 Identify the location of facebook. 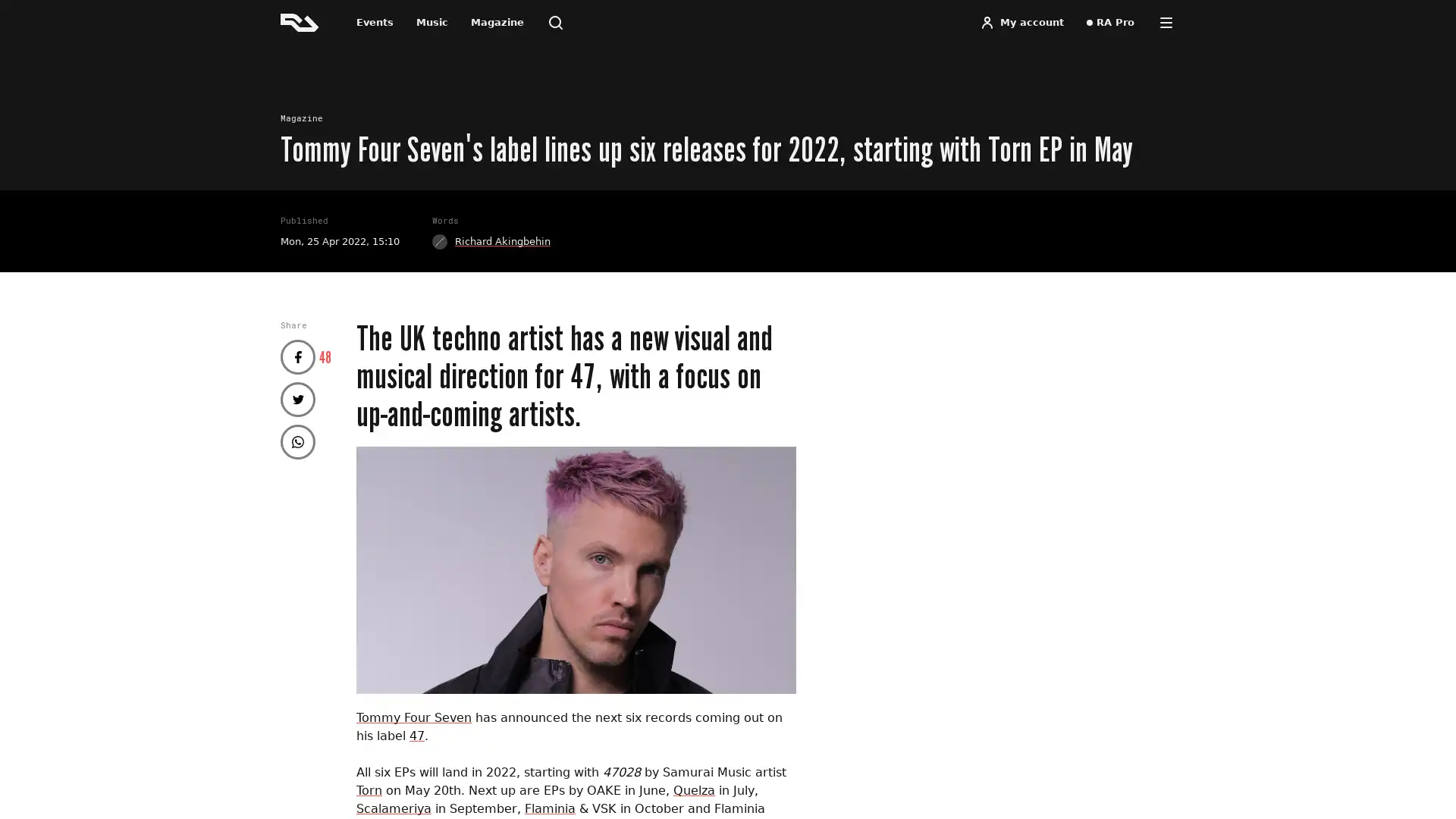
(298, 356).